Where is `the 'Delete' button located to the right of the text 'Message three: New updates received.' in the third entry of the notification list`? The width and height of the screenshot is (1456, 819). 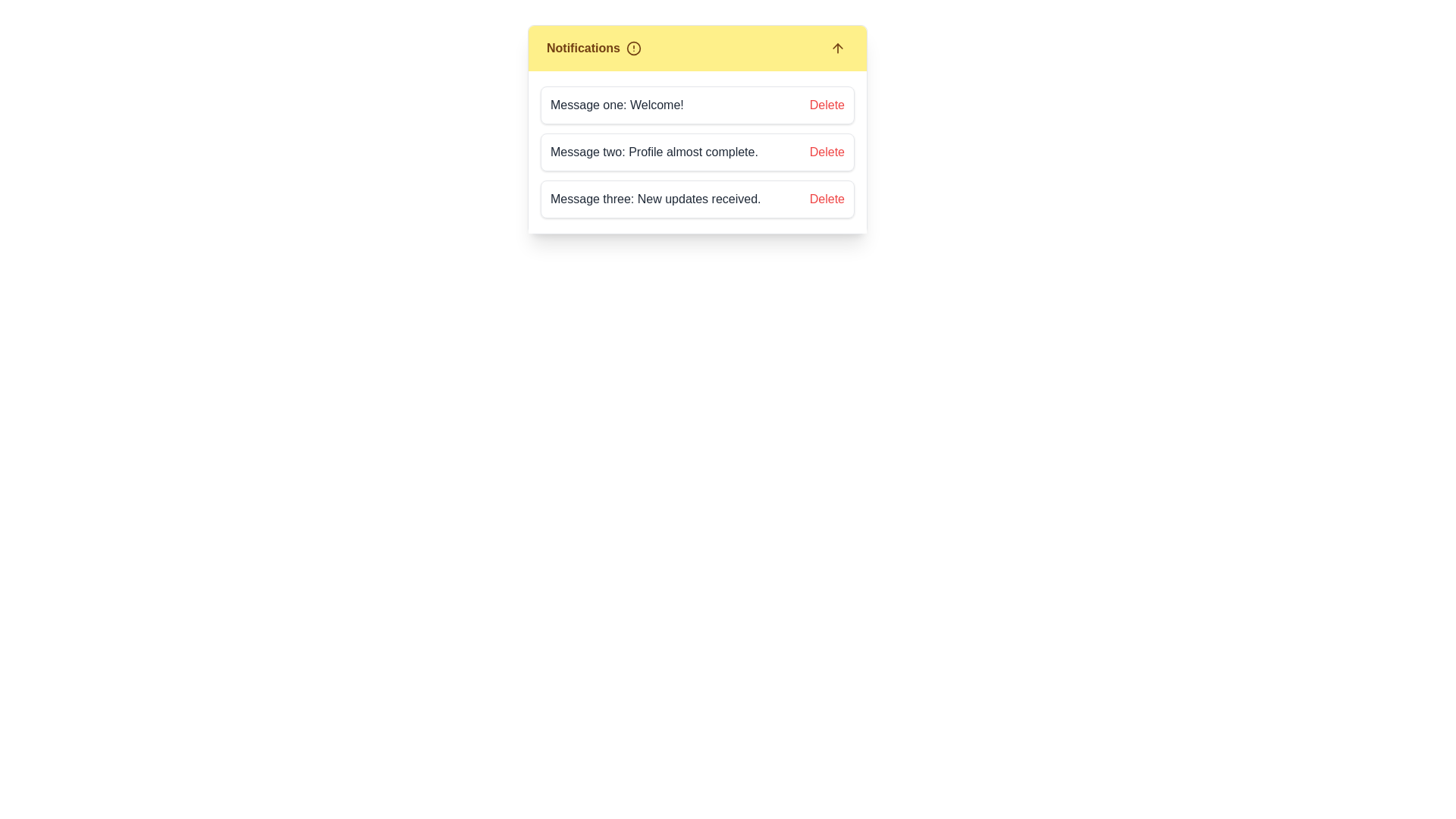
the 'Delete' button located to the right of the text 'Message three: New updates received.' in the third entry of the notification list is located at coordinates (826, 198).